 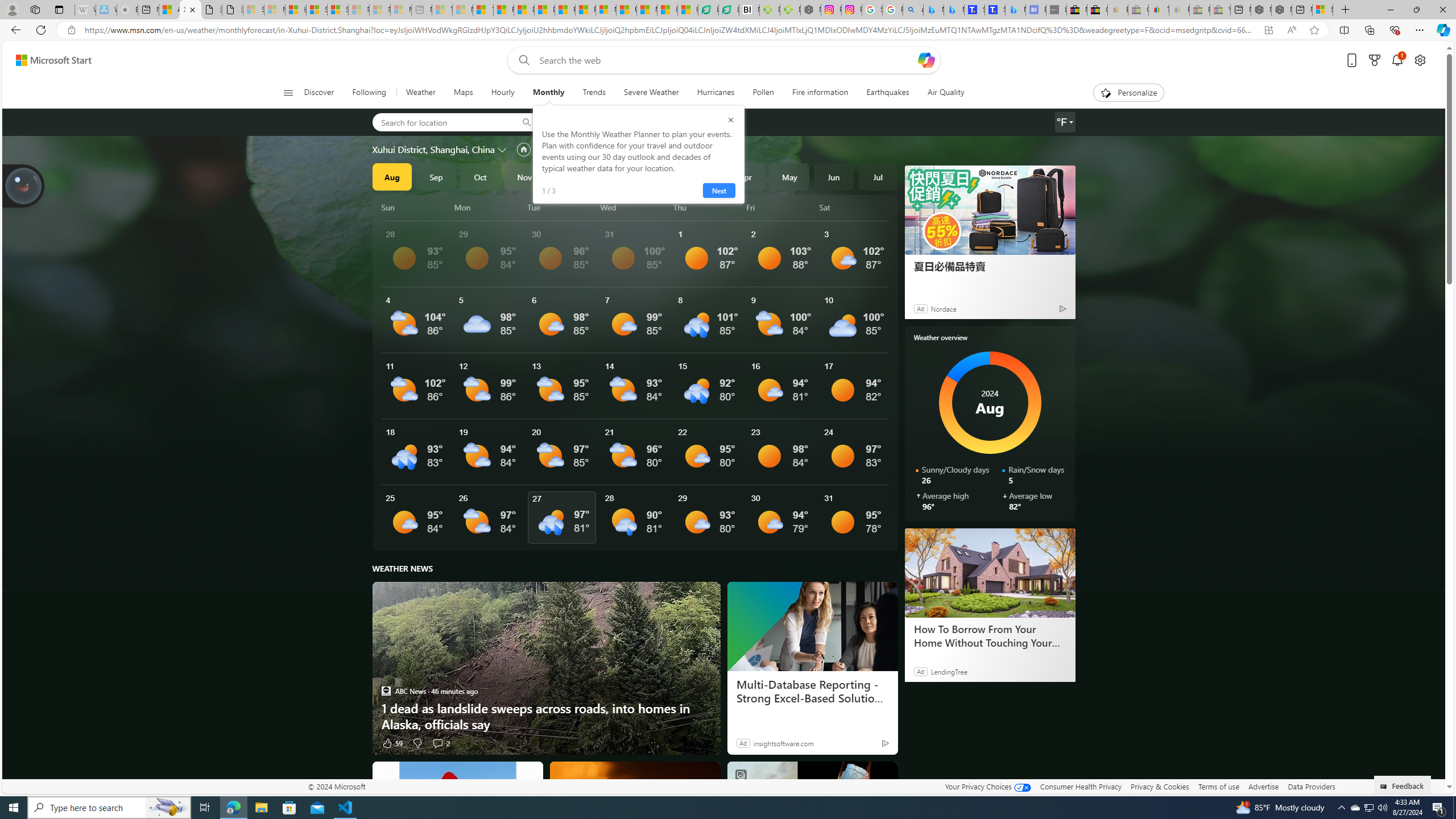 I want to click on 'Mon', so click(x=489, y=207).